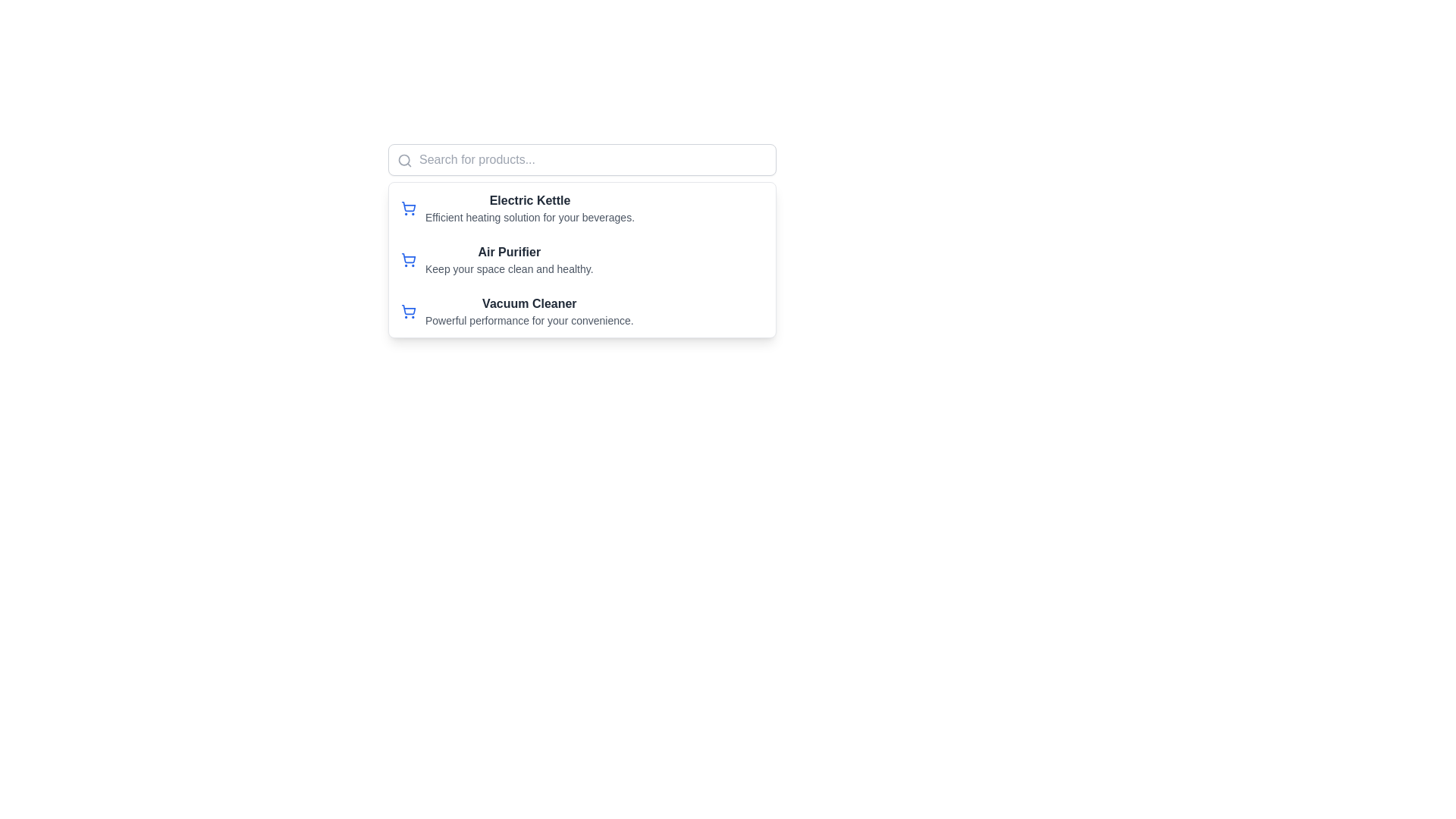  What do you see at coordinates (582, 208) in the screenshot?
I see `the first entry in the vertical list that provides a preview description for the product 'Electric Kettle'` at bounding box center [582, 208].